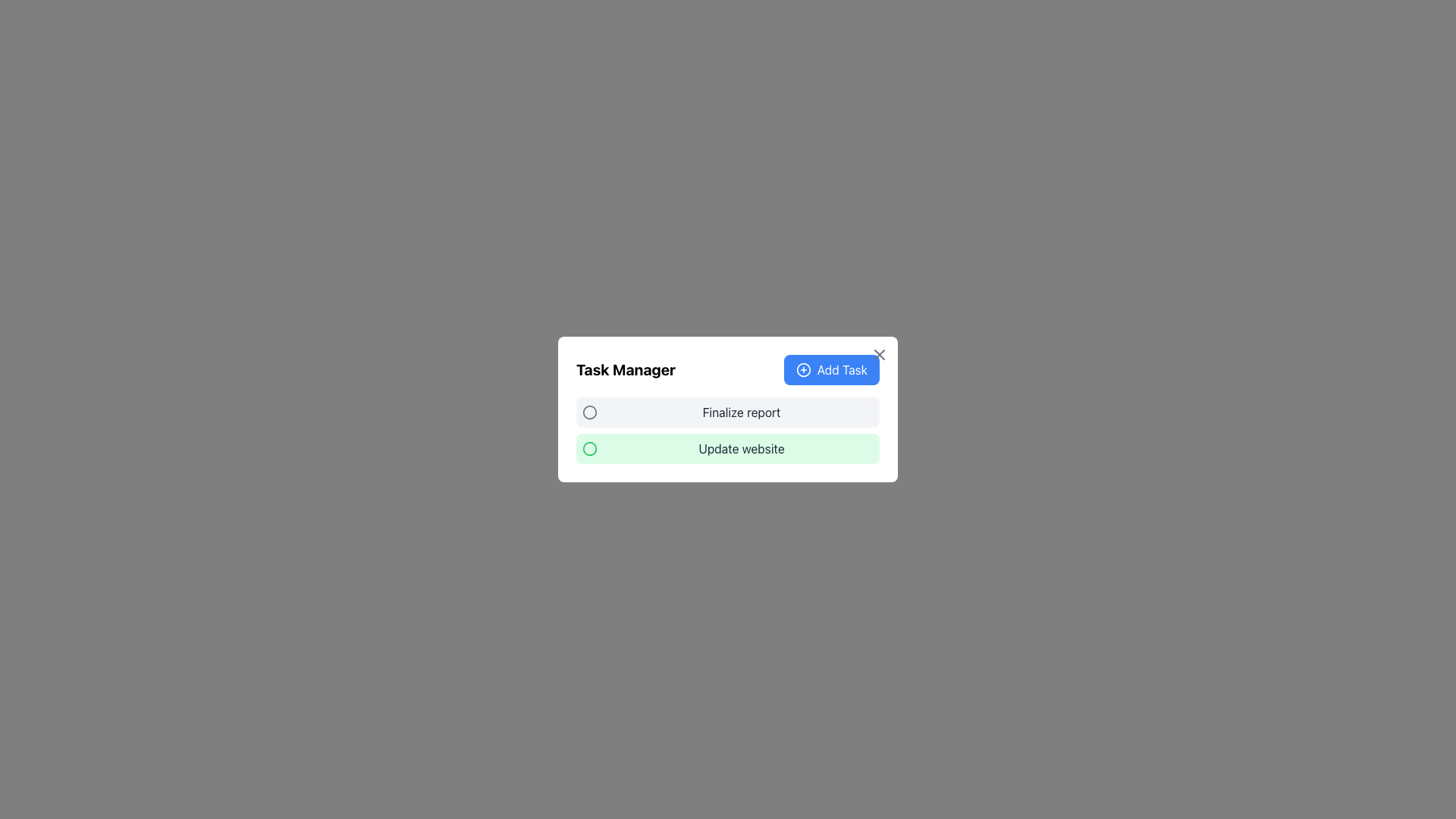 The height and width of the screenshot is (819, 1456). Describe the element at coordinates (588, 447) in the screenshot. I see `the interactive icon representing the completion status of the task 'Update website'` at that location.